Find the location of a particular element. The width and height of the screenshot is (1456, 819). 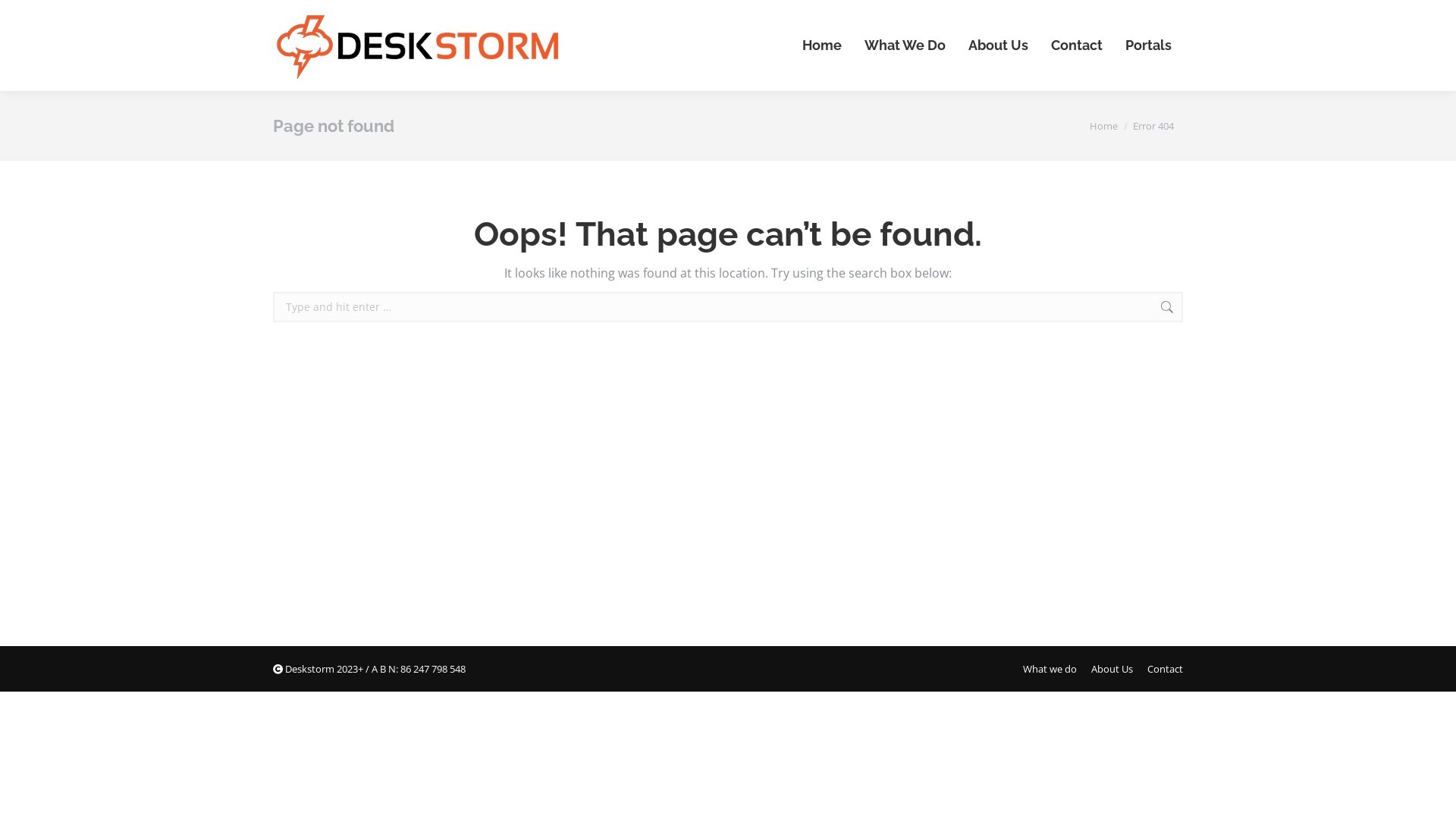

'Contact' is located at coordinates (1164, 667).